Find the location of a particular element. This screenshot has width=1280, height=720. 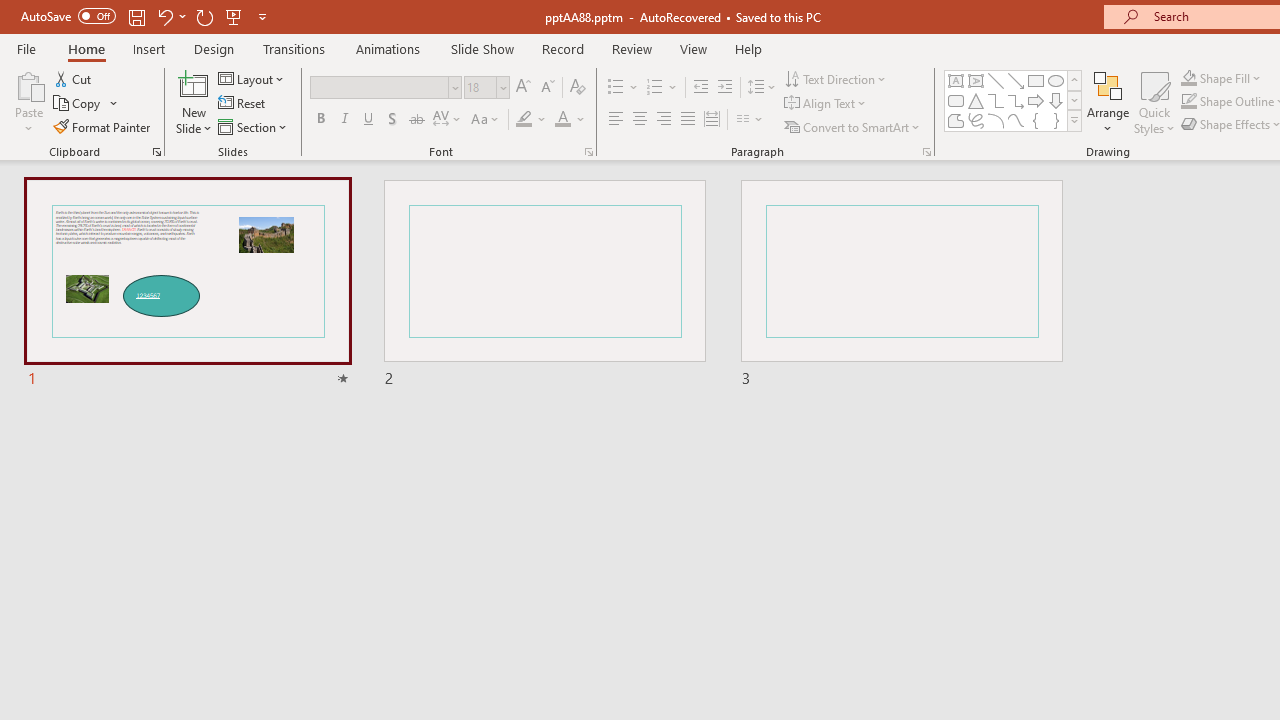

'Rectangle: Rounded Corners' is located at coordinates (955, 100).